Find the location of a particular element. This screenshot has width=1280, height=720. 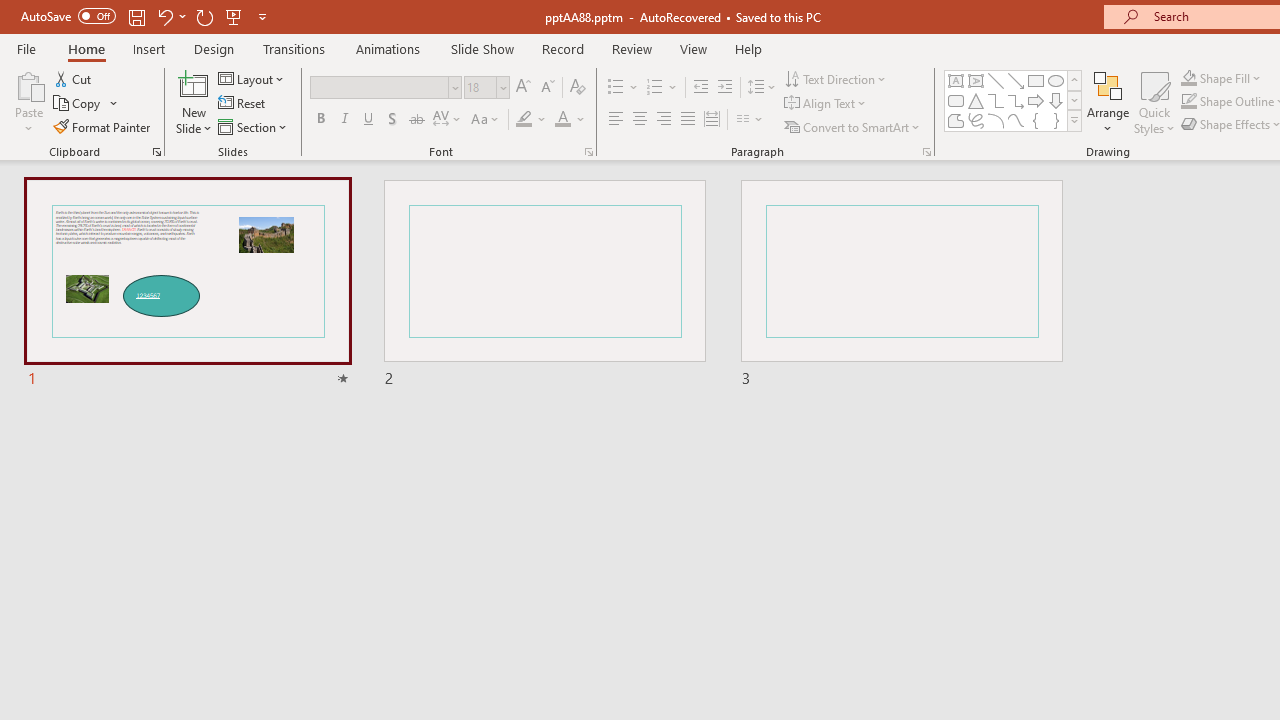

'Rectangle: Rounded Corners' is located at coordinates (955, 100).